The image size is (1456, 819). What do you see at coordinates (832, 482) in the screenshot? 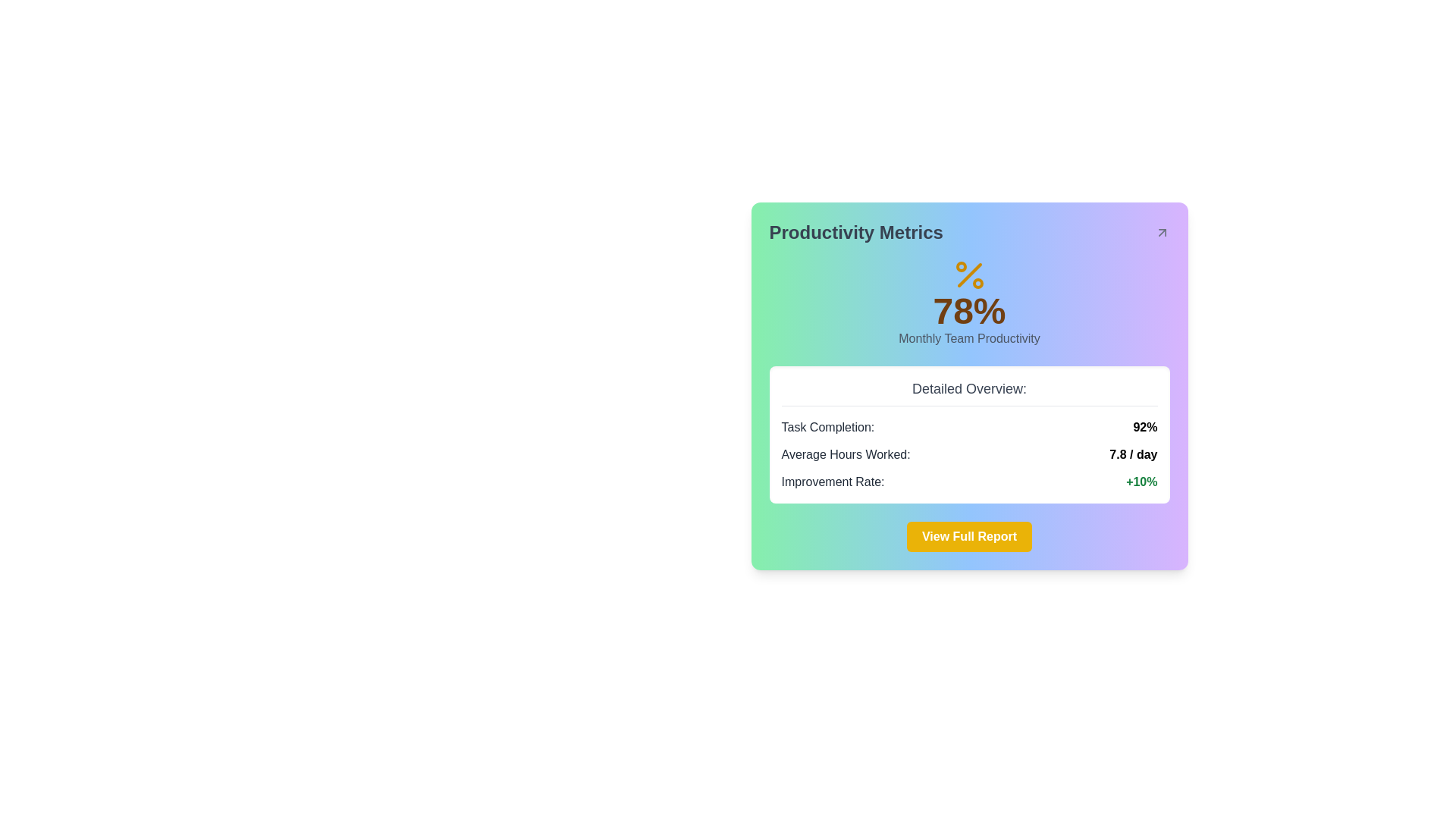
I see `the Text label that describes the improvement rate, located within the 'Detailed Overview:' card, to the left of the green '+10%' value under 'Average Hours Worked:'` at bounding box center [832, 482].